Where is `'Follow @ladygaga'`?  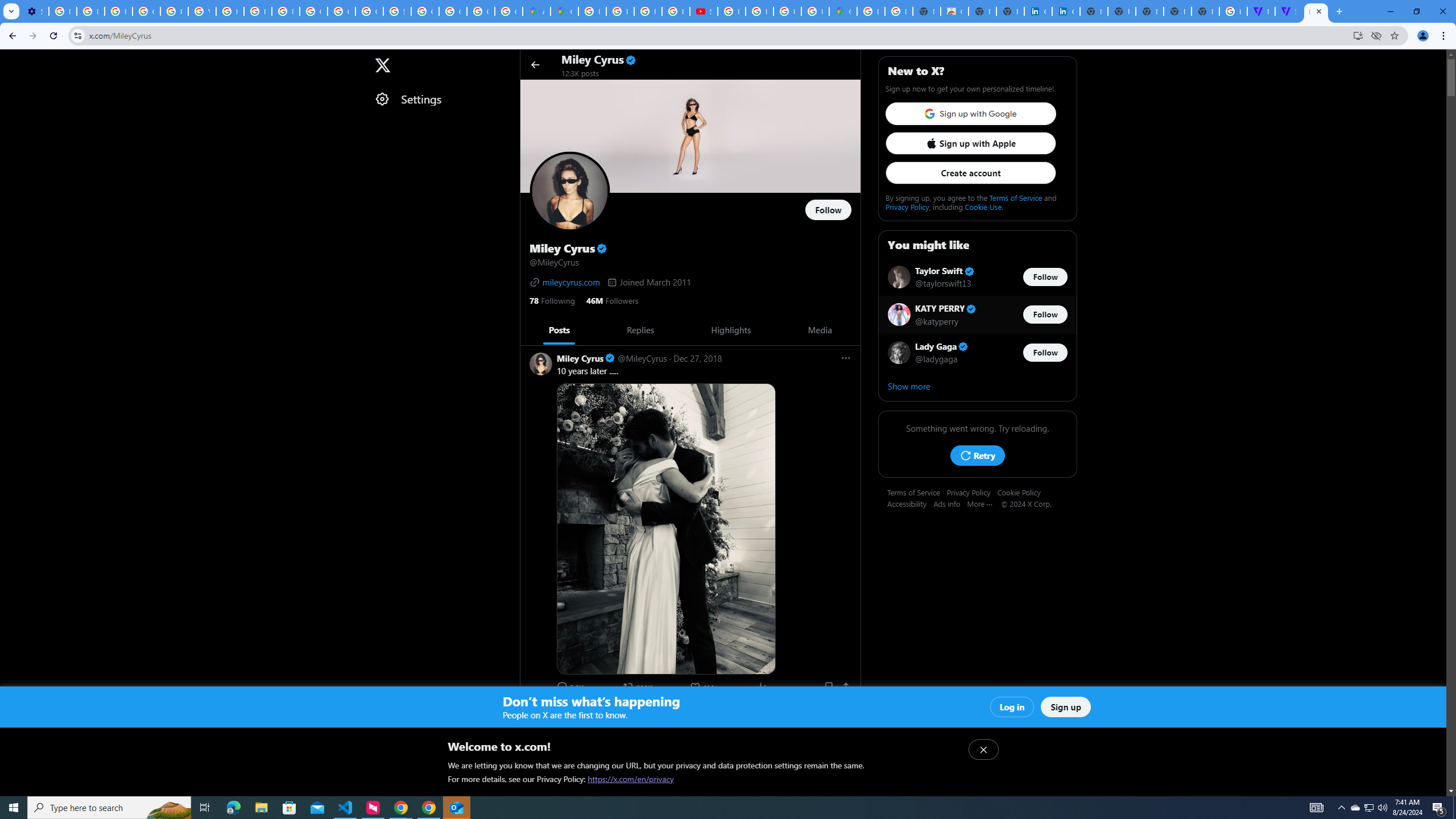 'Follow @ladygaga' is located at coordinates (1045, 351).